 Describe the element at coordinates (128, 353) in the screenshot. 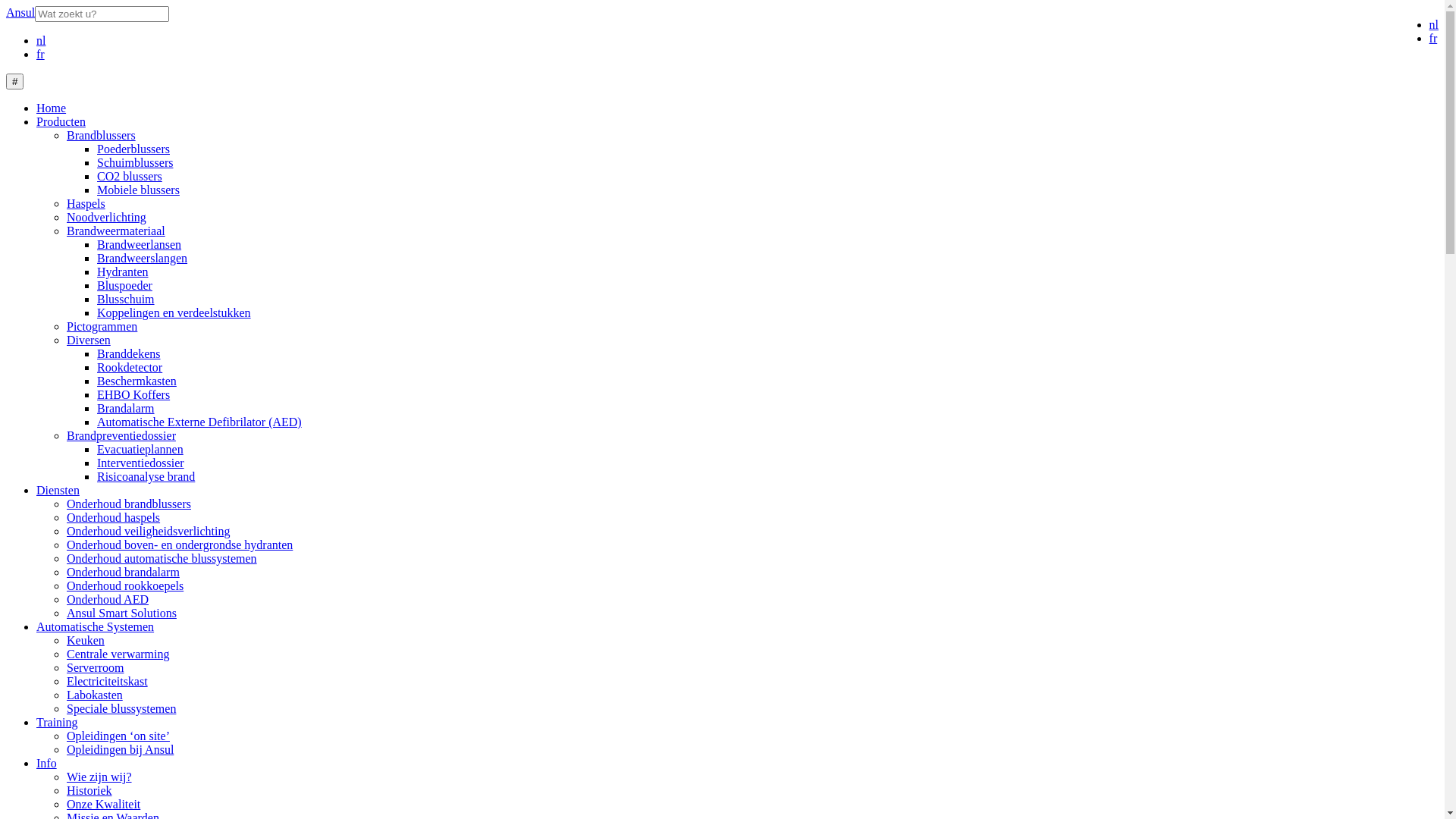

I see `'Branddekens'` at that location.